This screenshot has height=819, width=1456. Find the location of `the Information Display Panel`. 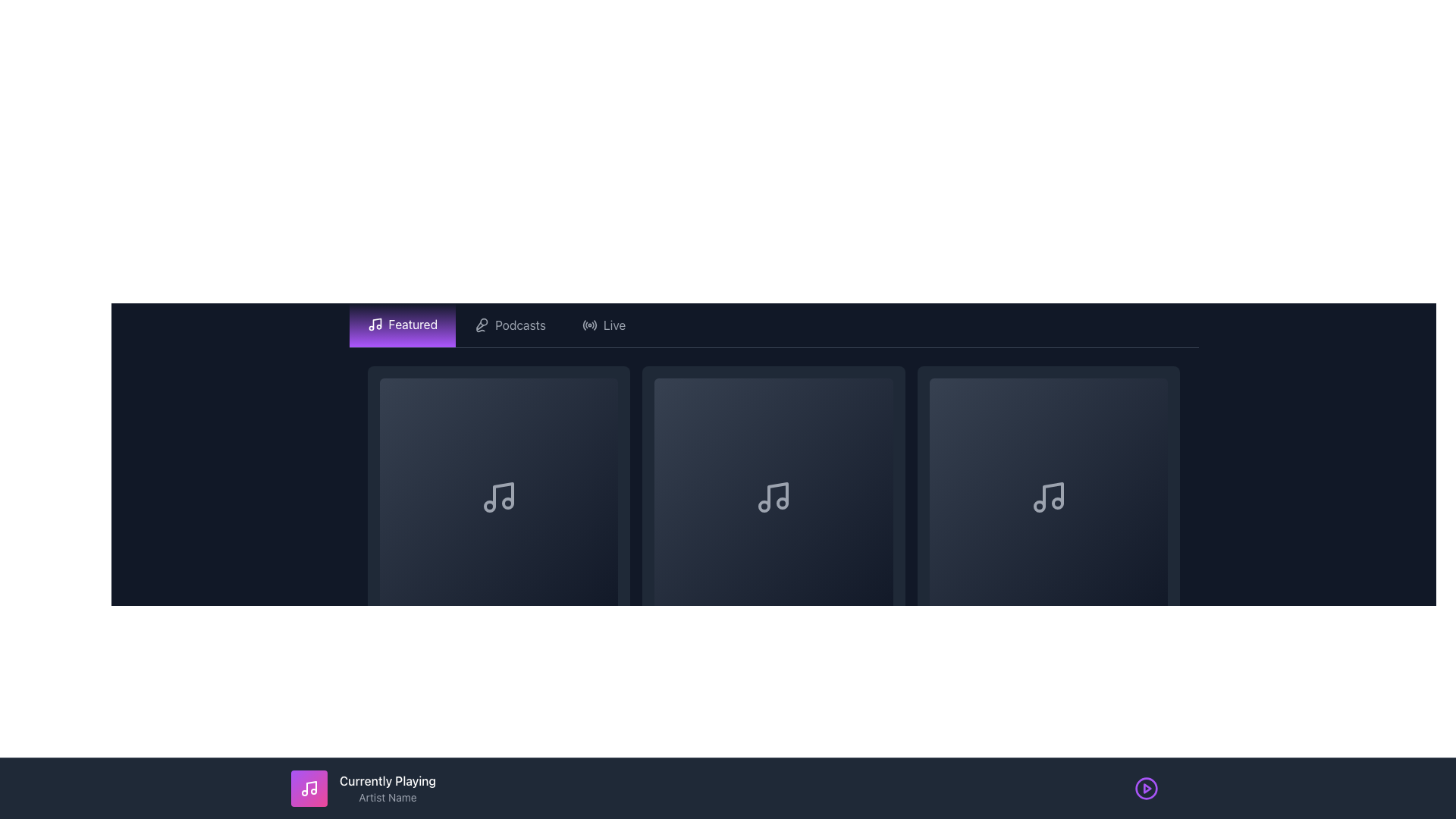

the Information Display Panel is located at coordinates (362, 788).